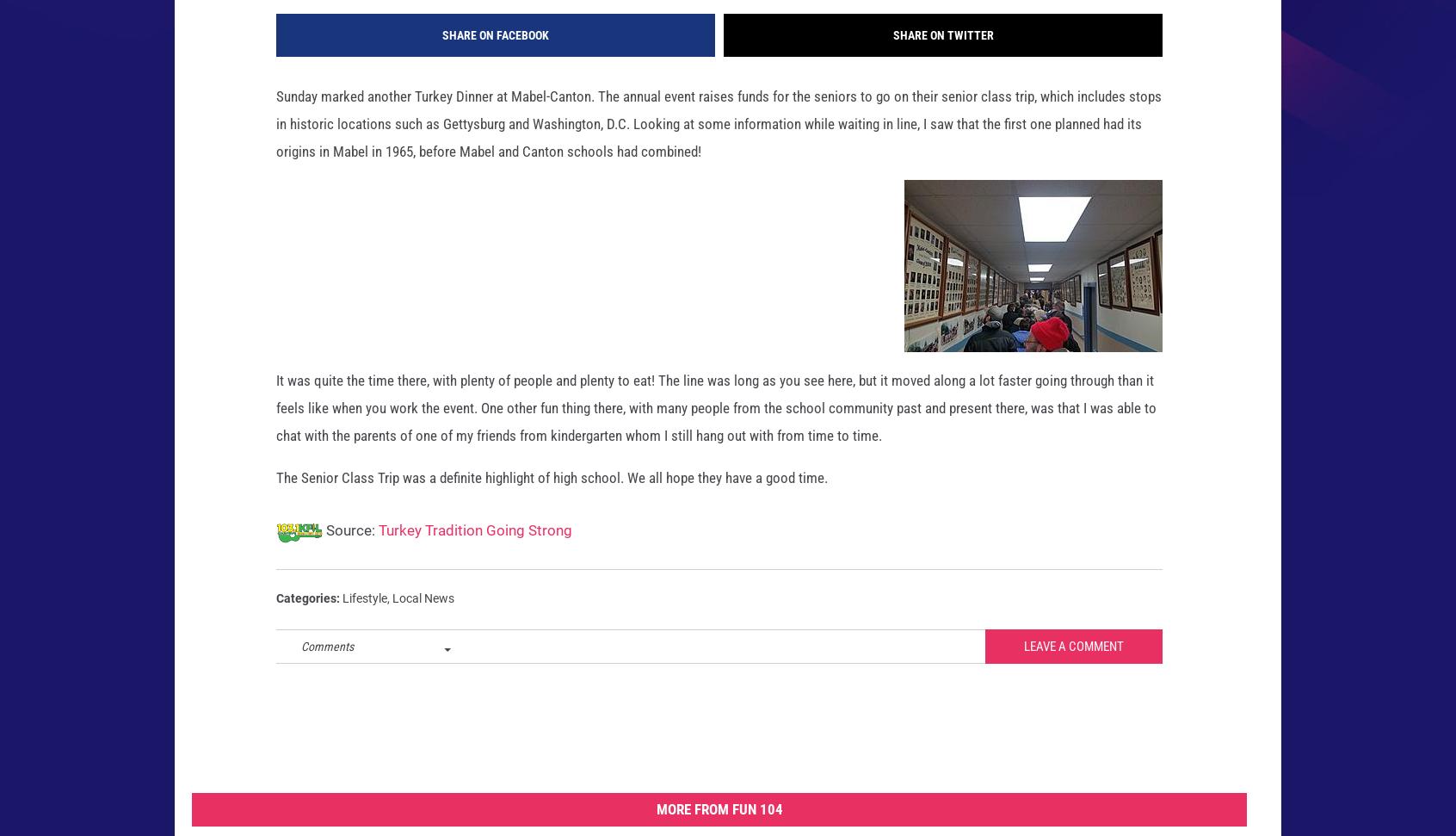 Image resolution: width=1456 pixels, height=836 pixels. Describe the element at coordinates (716, 434) in the screenshot. I see `'It was quite the time there, with plenty of people and plenty to eat! The line was long as you see here, but it moved along a lot faster going through than it feels like when you work the event. One other fun thing there, with many people from the school community past and present there, was that I was able to chat with the parents of one of my friends from kindergarten whom I still hang out with from time to time.'` at that location.